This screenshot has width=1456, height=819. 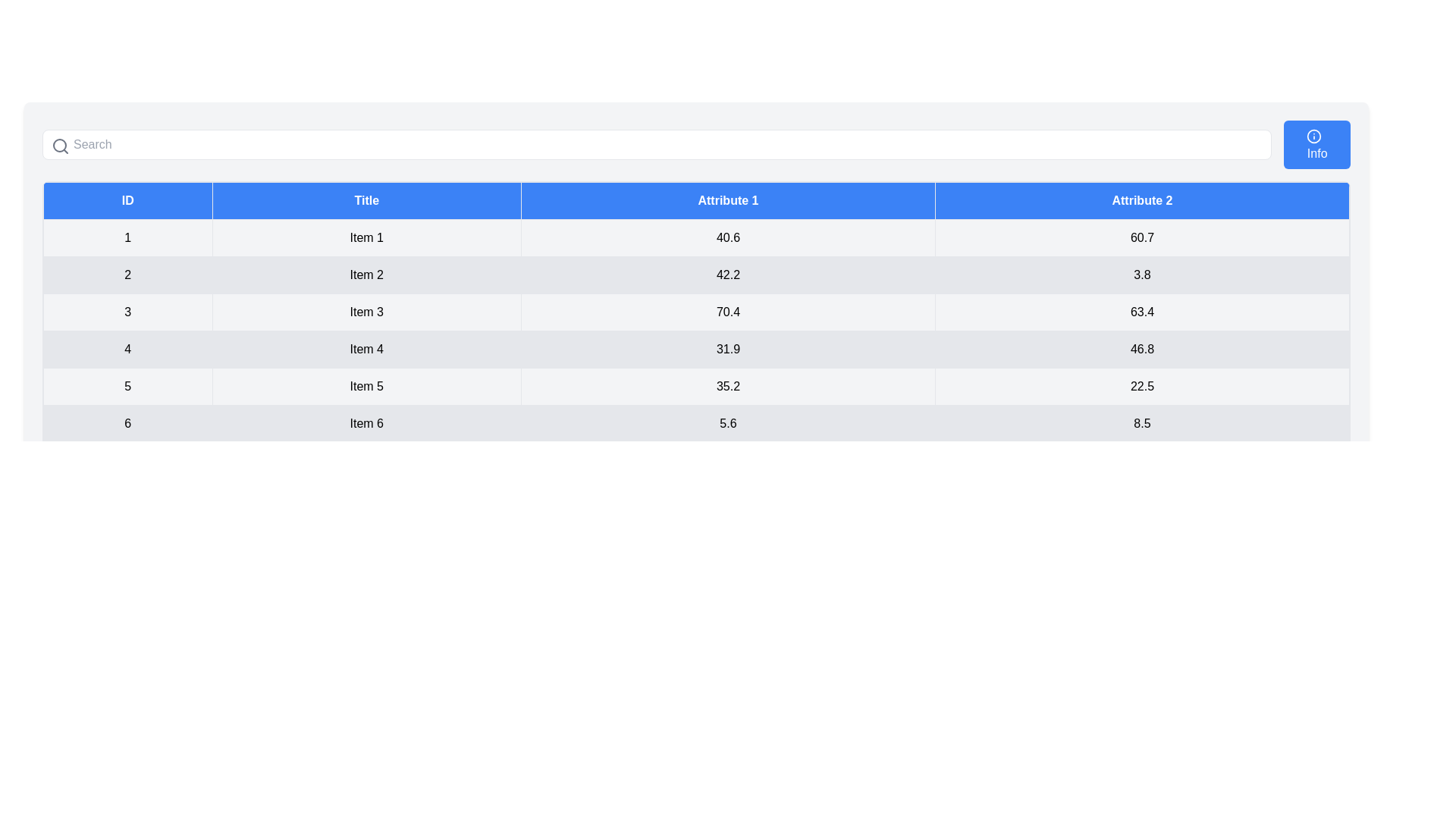 What do you see at coordinates (695, 350) in the screenshot?
I see `the row corresponding to the ID 4 in the table` at bounding box center [695, 350].